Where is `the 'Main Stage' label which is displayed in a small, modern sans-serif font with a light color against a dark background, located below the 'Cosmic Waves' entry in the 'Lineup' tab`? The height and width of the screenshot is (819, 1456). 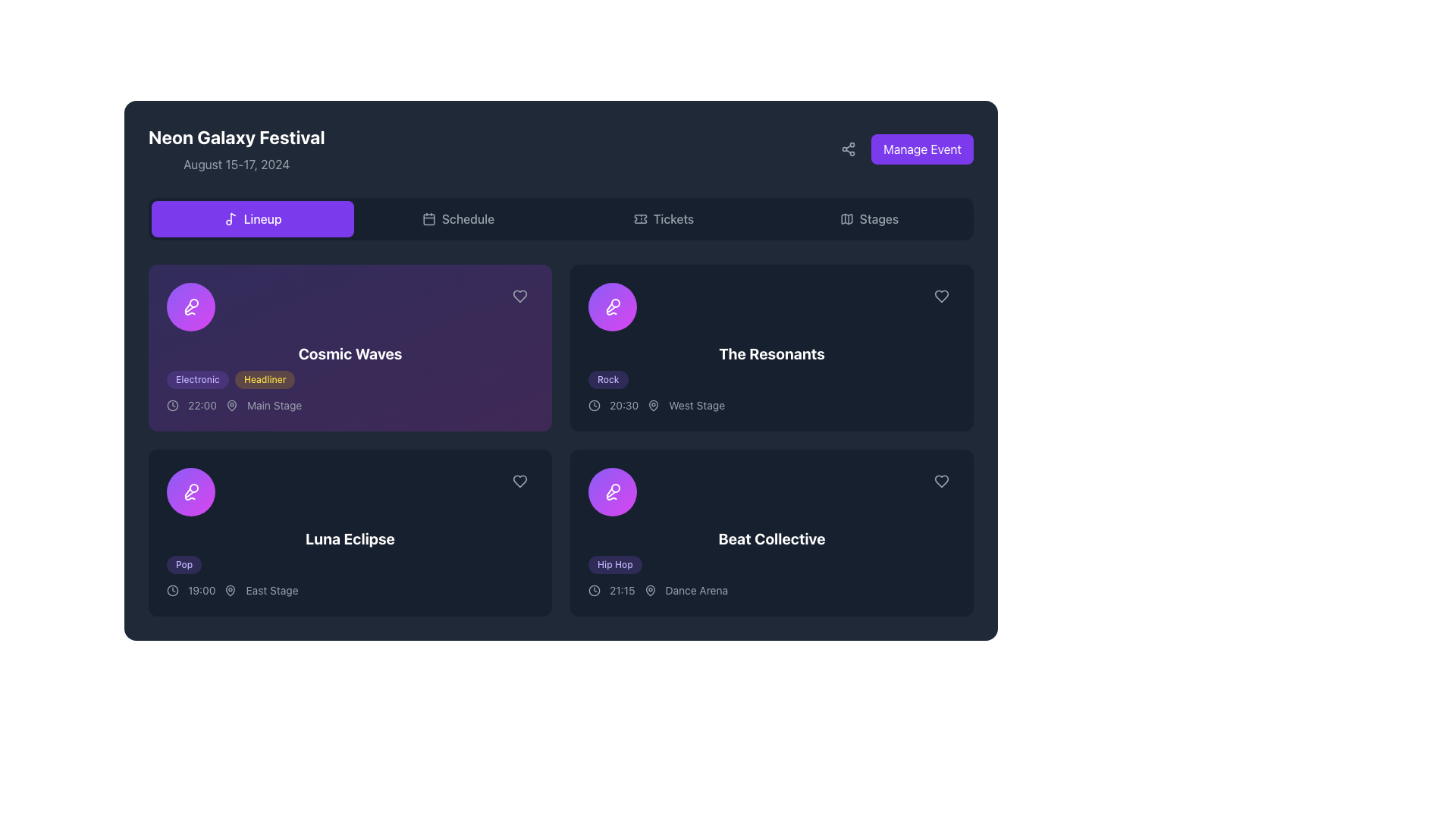
the 'Main Stage' label which is displayed in a small, modern sans-serif font with a light color against a dark background, located below the 'Cosmic Waves' entry in the 'Lineup' tab is located at coordinates (275, 405).